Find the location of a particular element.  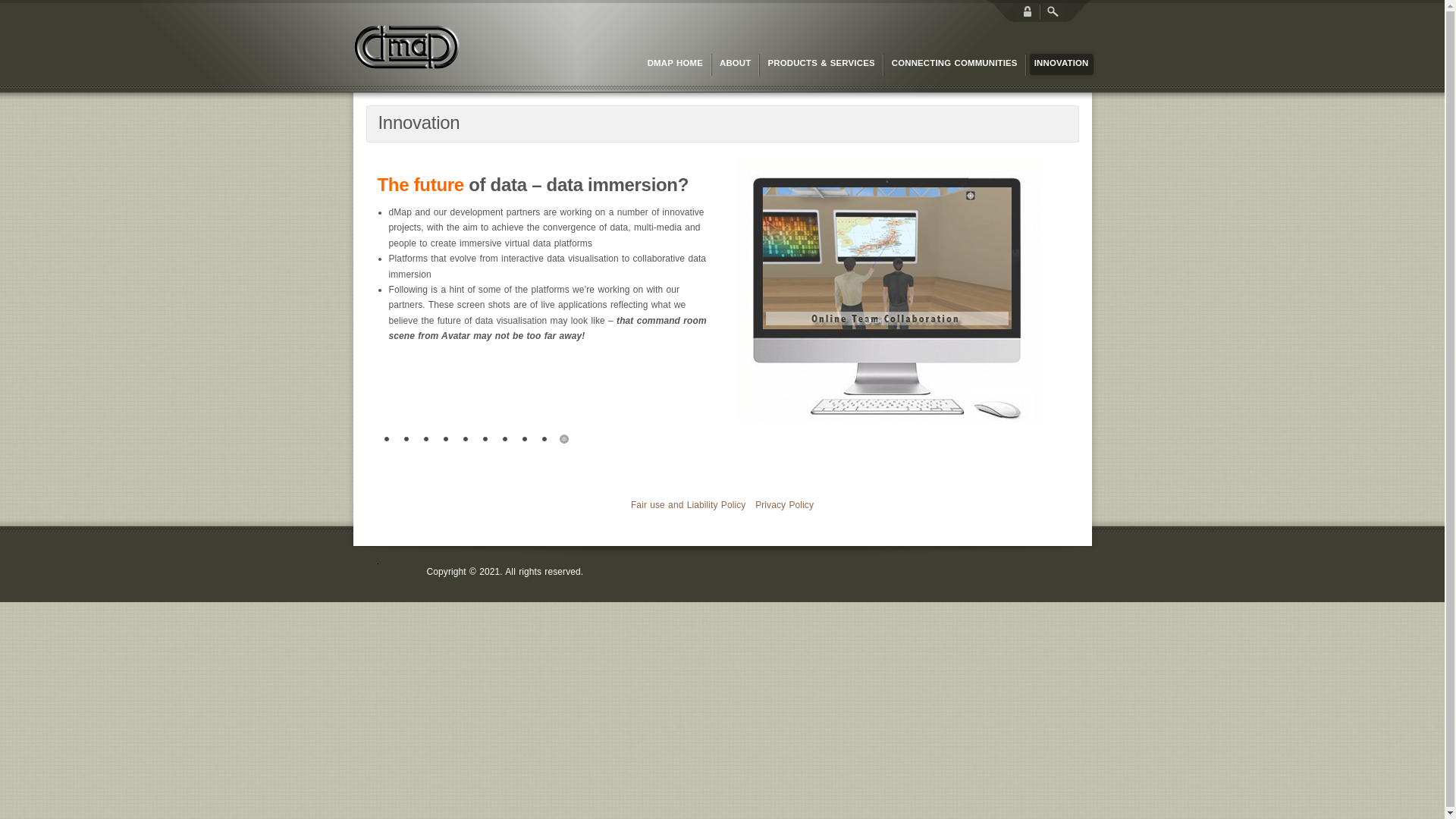

'#' is located at coordinates (378, 439).